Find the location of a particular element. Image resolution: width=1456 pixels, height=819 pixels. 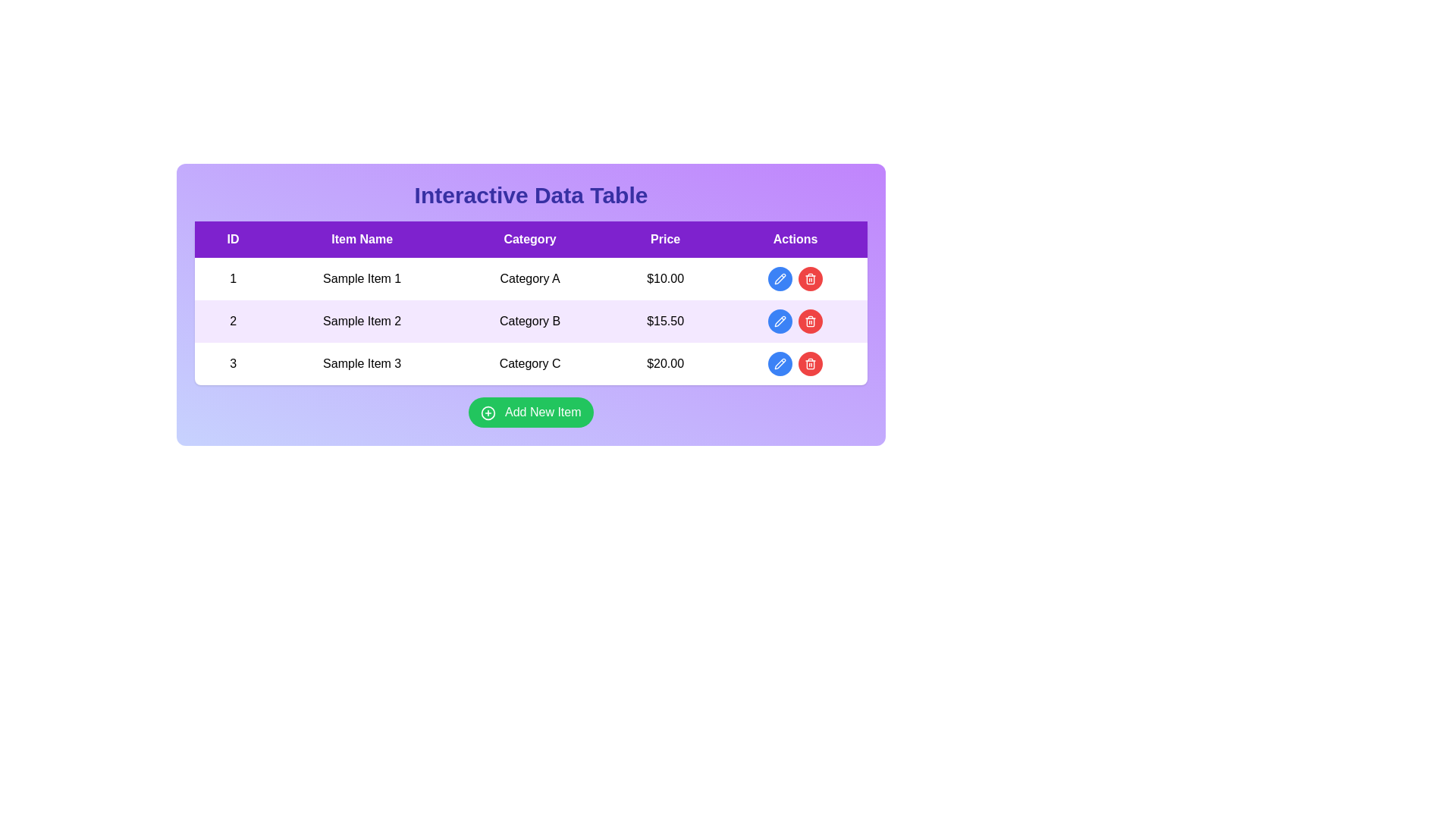

the 'Delete' icon button located in the 'Actions' column of the third row in the data table is located at coordinates (810, 278).